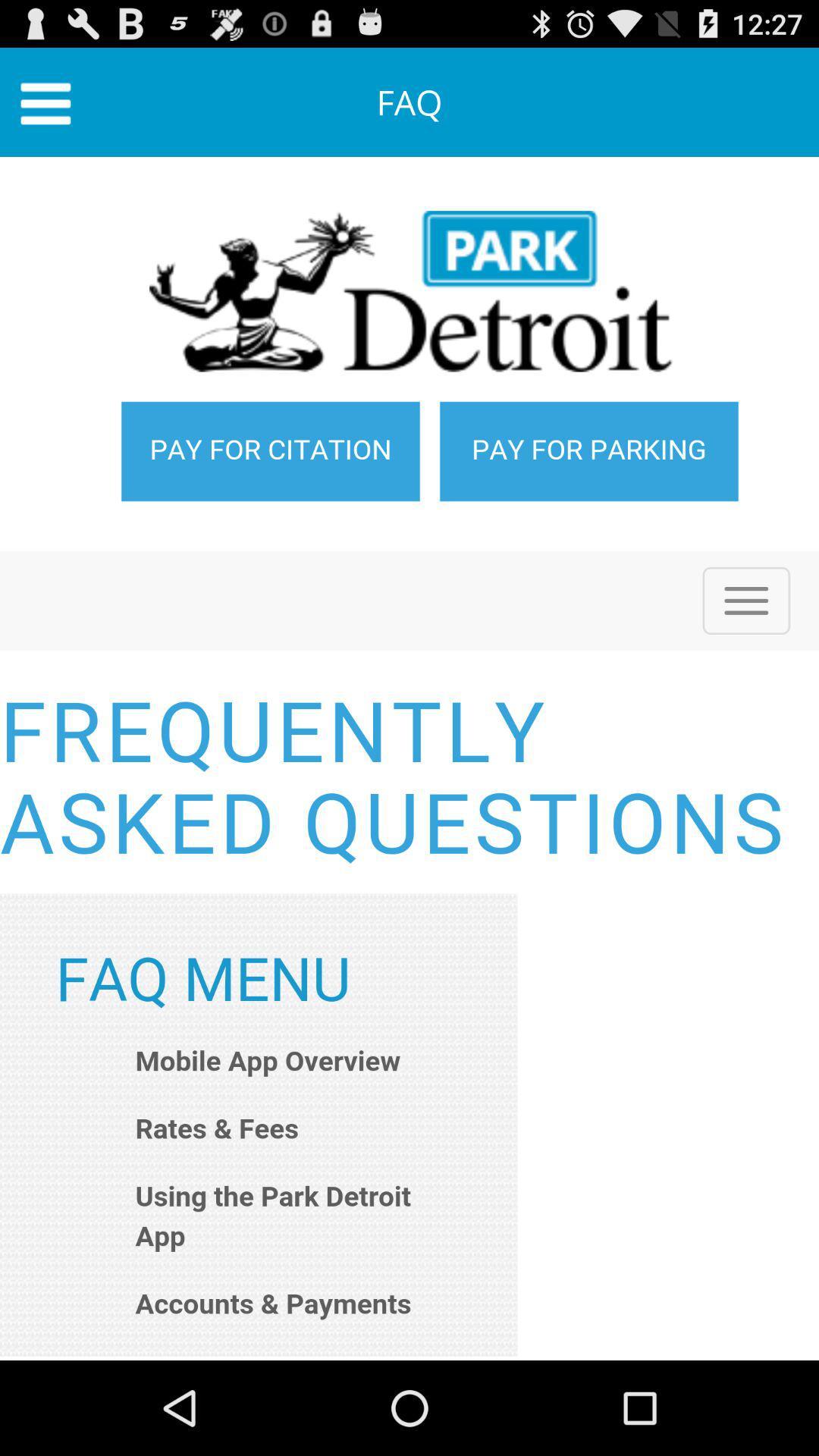  Describe the element at coordinates (409, 758) in the screenshot. I see `share the article` at that location.